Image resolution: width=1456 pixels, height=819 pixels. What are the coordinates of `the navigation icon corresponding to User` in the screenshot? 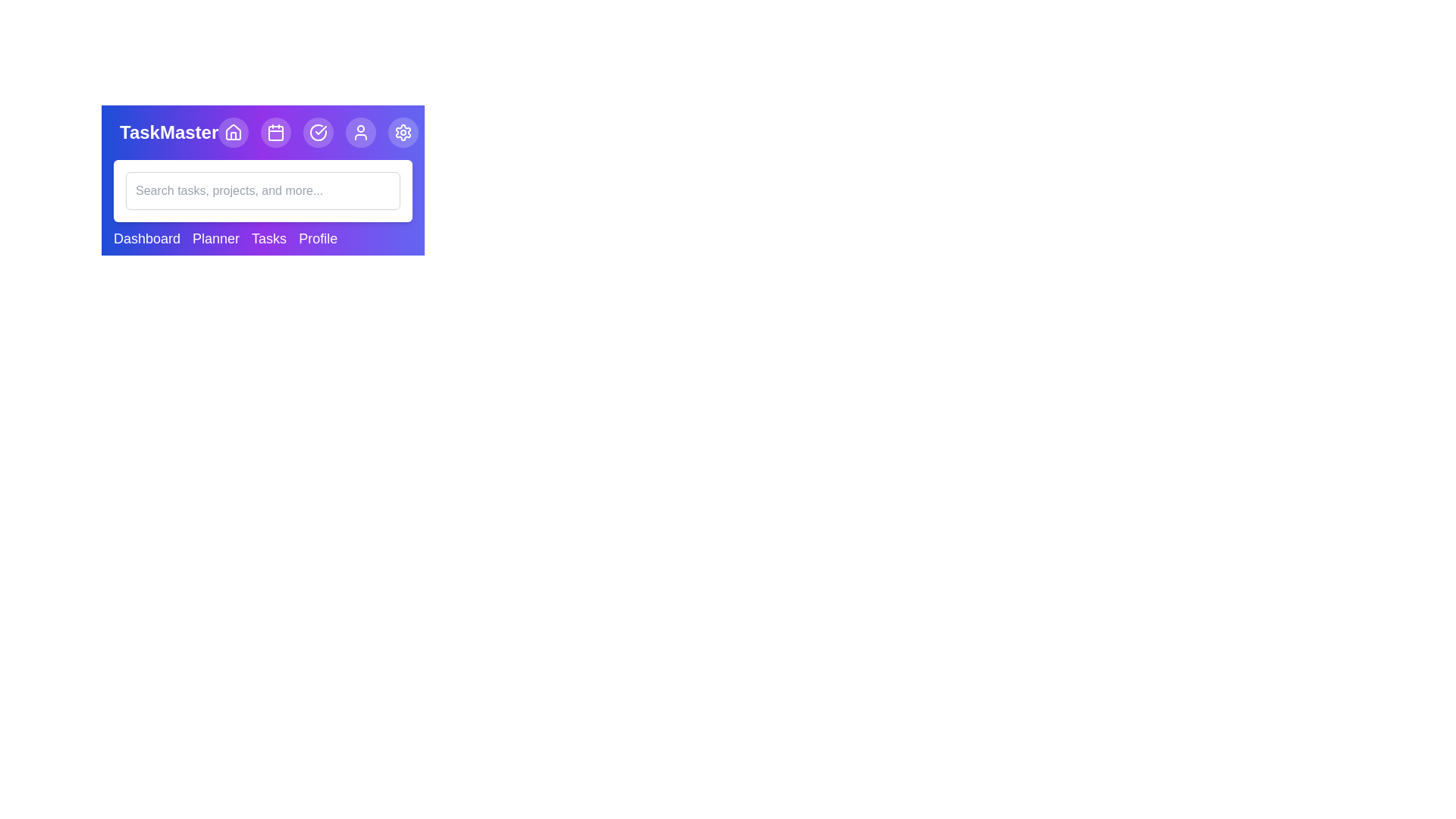 It's located at (360, 131).